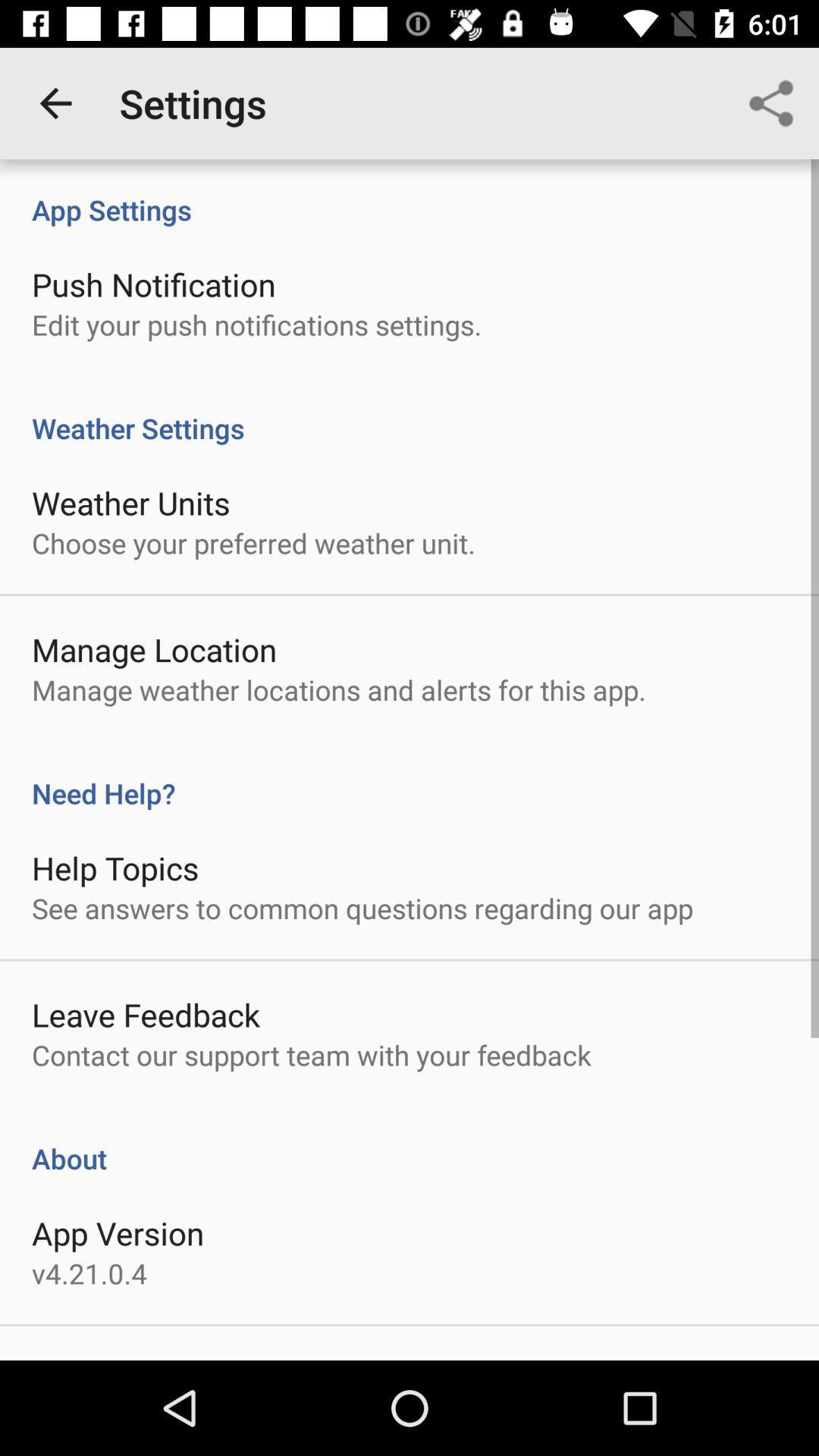  What do you see at coordinates (154, 649) in the screenshot?
I see `icon above manage weather locations item` at bounding box center [154, 649].